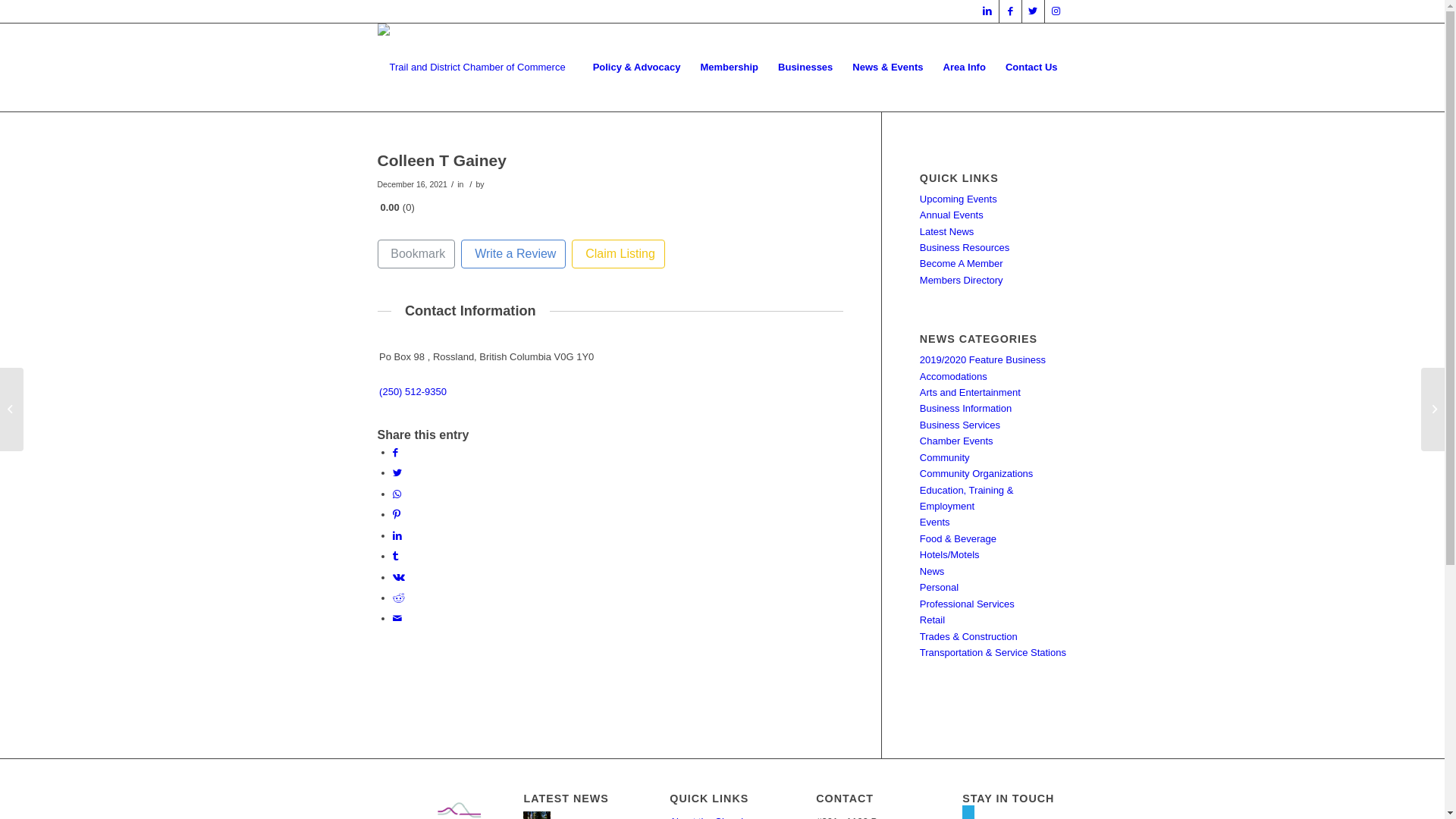 The image size is (1456, 819). Describe the element at coordinates (960, 262) in the screenshot. I see `'Become A Member'` at that location.